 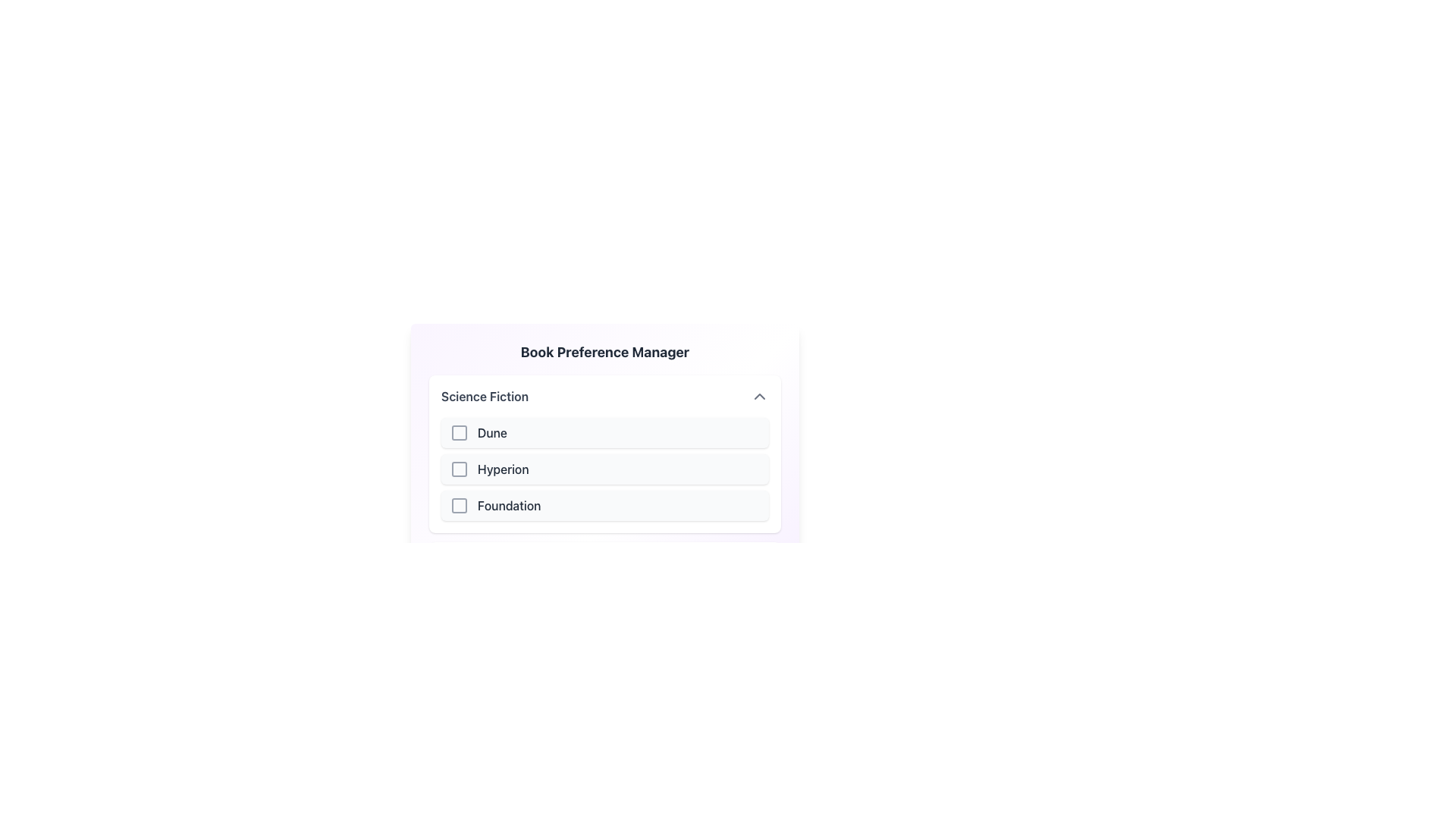 What do you see at coordinates (458, 468) in the screenshot?
I see `the square checkbox with a thin gray outline located in the row labeled 'Hyperion' within the 'Science Fiction' section` at bounding box center [458, 468].